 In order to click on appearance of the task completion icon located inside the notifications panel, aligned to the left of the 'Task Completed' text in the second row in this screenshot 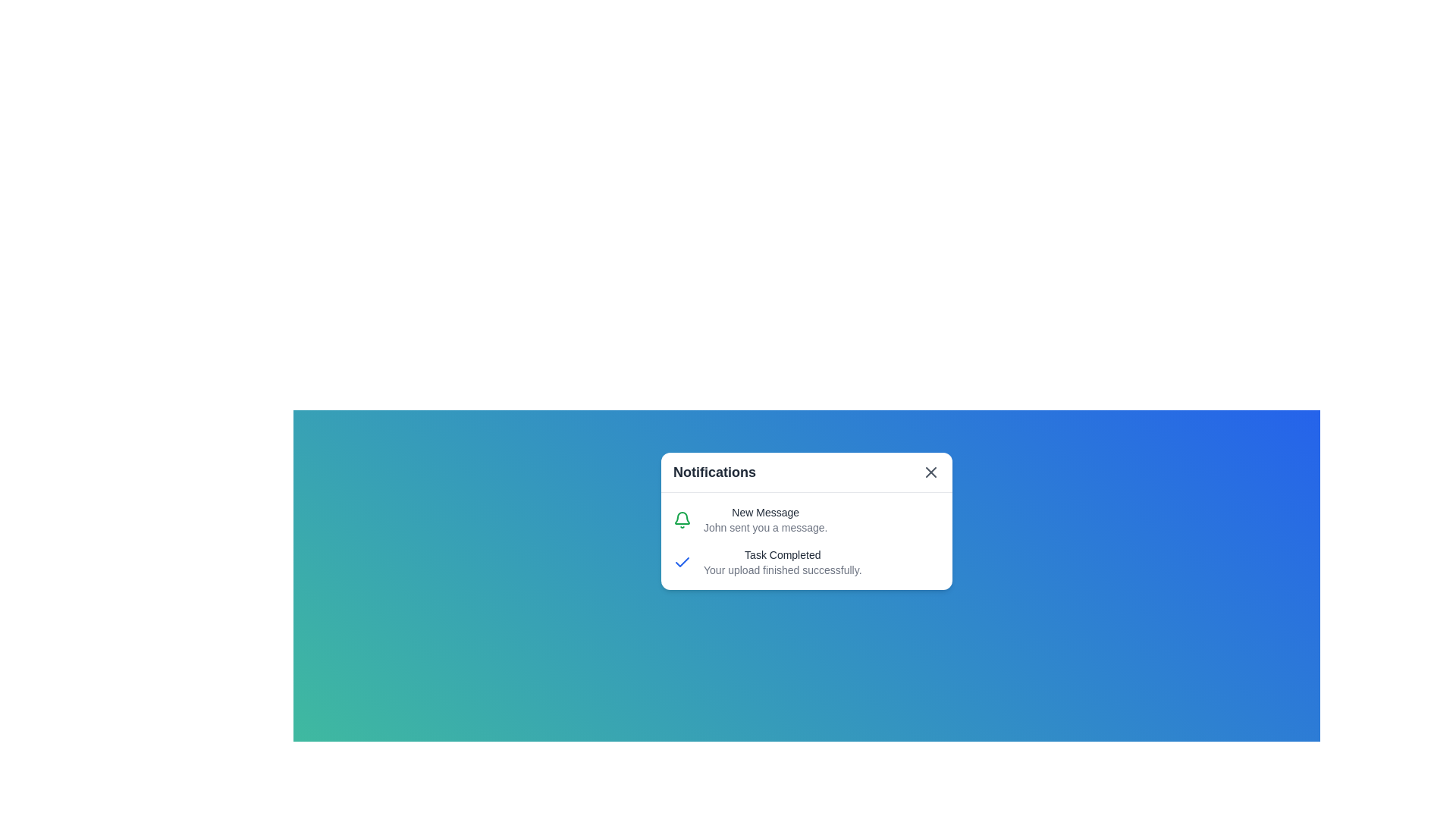, I will do `click(682, 561)`.